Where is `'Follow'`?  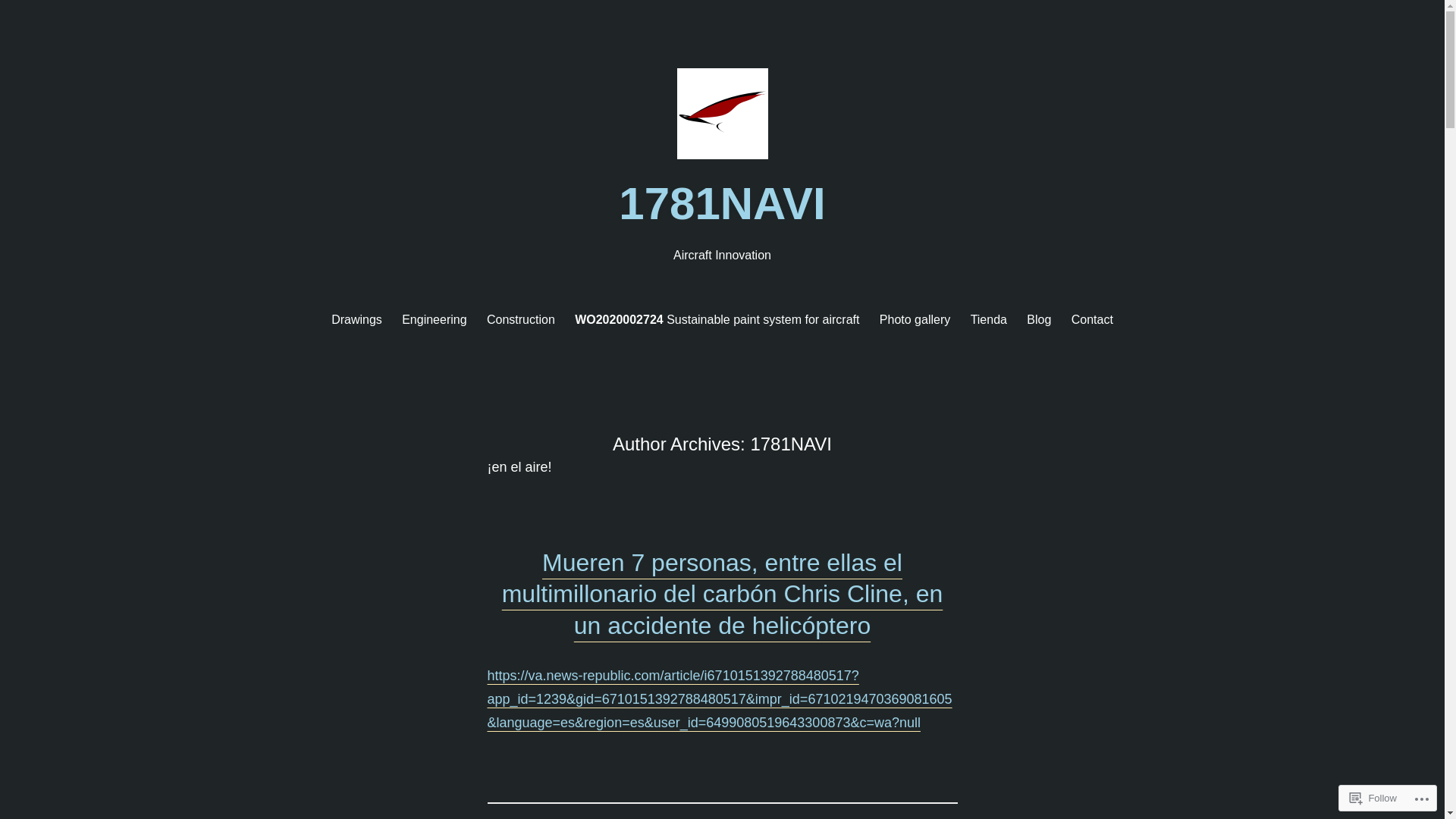
'Follow' is located at coordinates (1373, 797).